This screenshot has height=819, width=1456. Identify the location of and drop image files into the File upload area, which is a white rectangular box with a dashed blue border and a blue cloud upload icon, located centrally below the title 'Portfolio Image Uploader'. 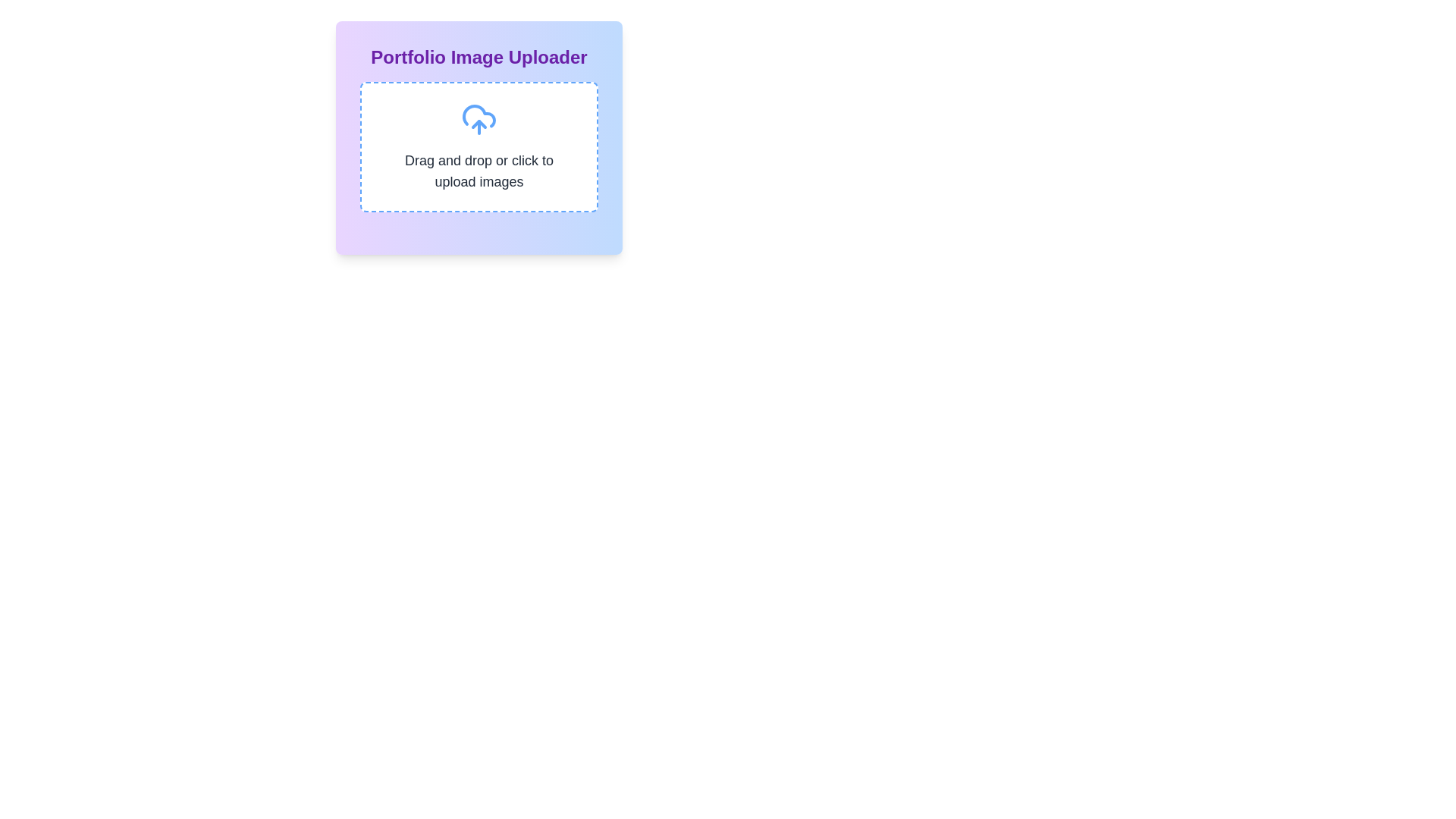
(479, 146).